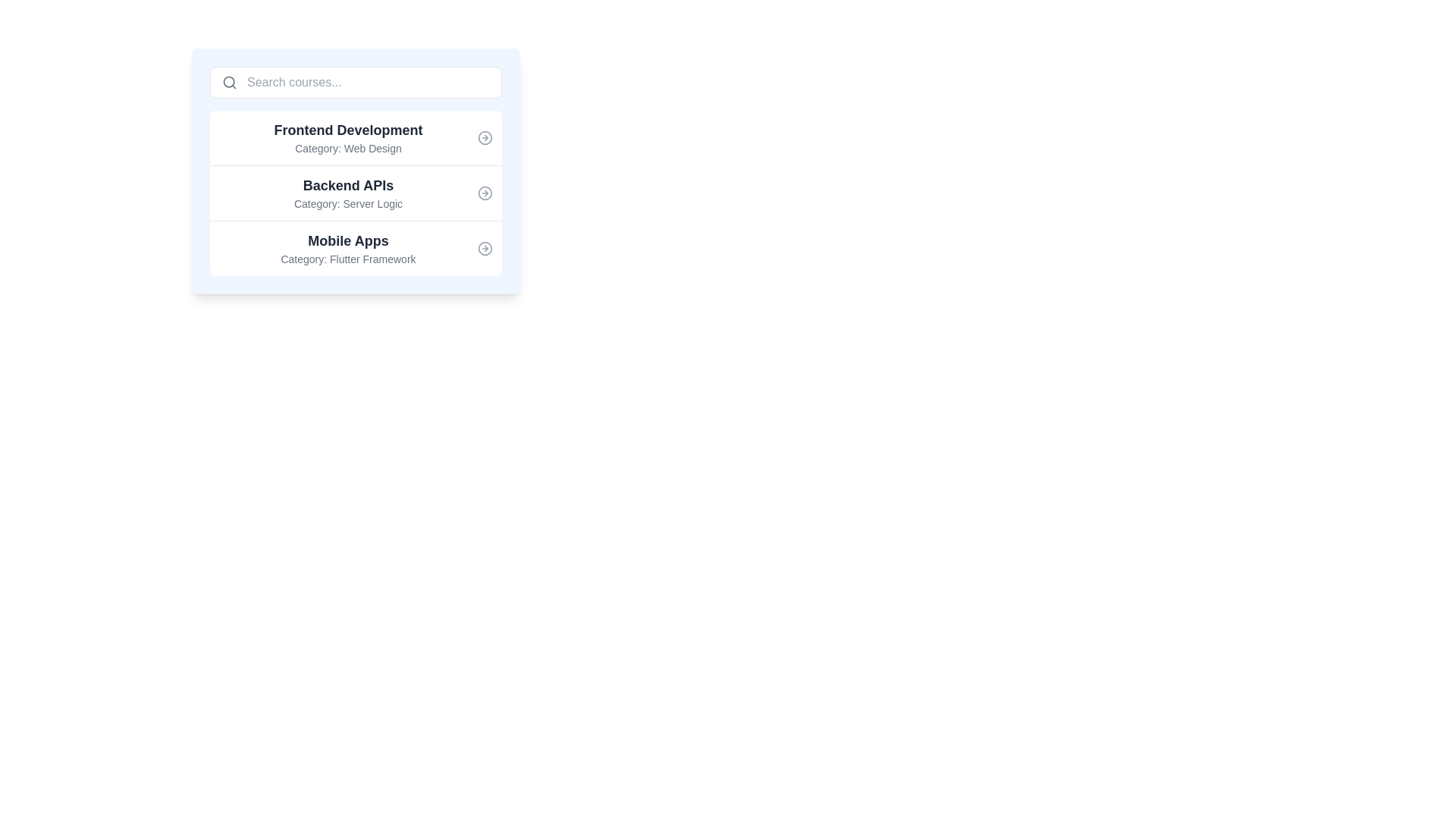  Describe the element at coordinates (484, 137) in the screenshot. I see `the minimalist gray circular icon with a right-pointing arrow, located to the far right of 'Frontend Development' in the category list` at that location.